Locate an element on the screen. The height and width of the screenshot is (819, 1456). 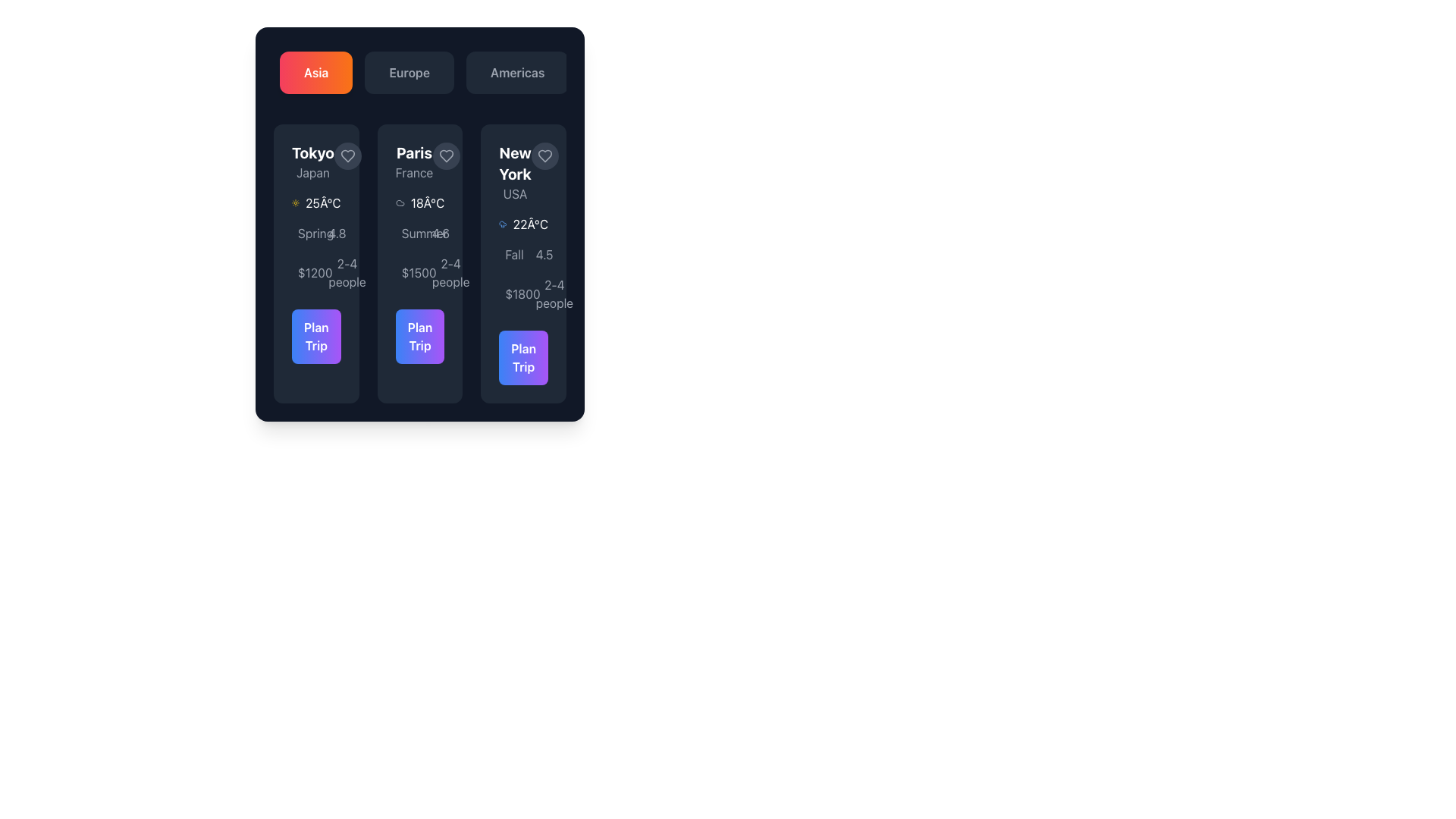
the text label displaying '4.5' in grayscale, located under the heading 'New York, USA,' within the rightmost detail card, below the temperature indicator '22°C.' is located at coordinates (538, 253).